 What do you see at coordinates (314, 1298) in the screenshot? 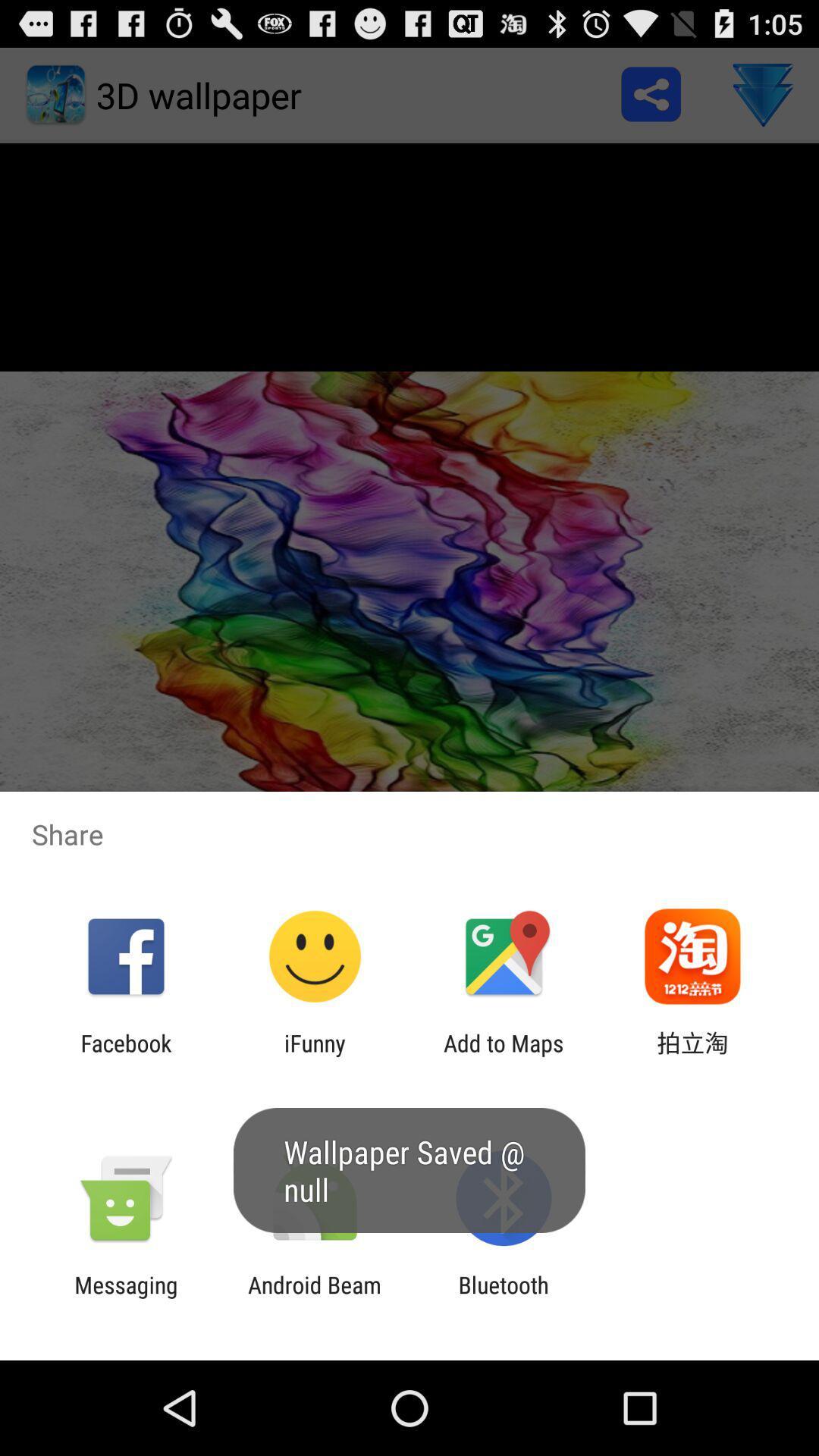
I see `the icon to the left of bluetooth` at bounding box center [314, 1298].